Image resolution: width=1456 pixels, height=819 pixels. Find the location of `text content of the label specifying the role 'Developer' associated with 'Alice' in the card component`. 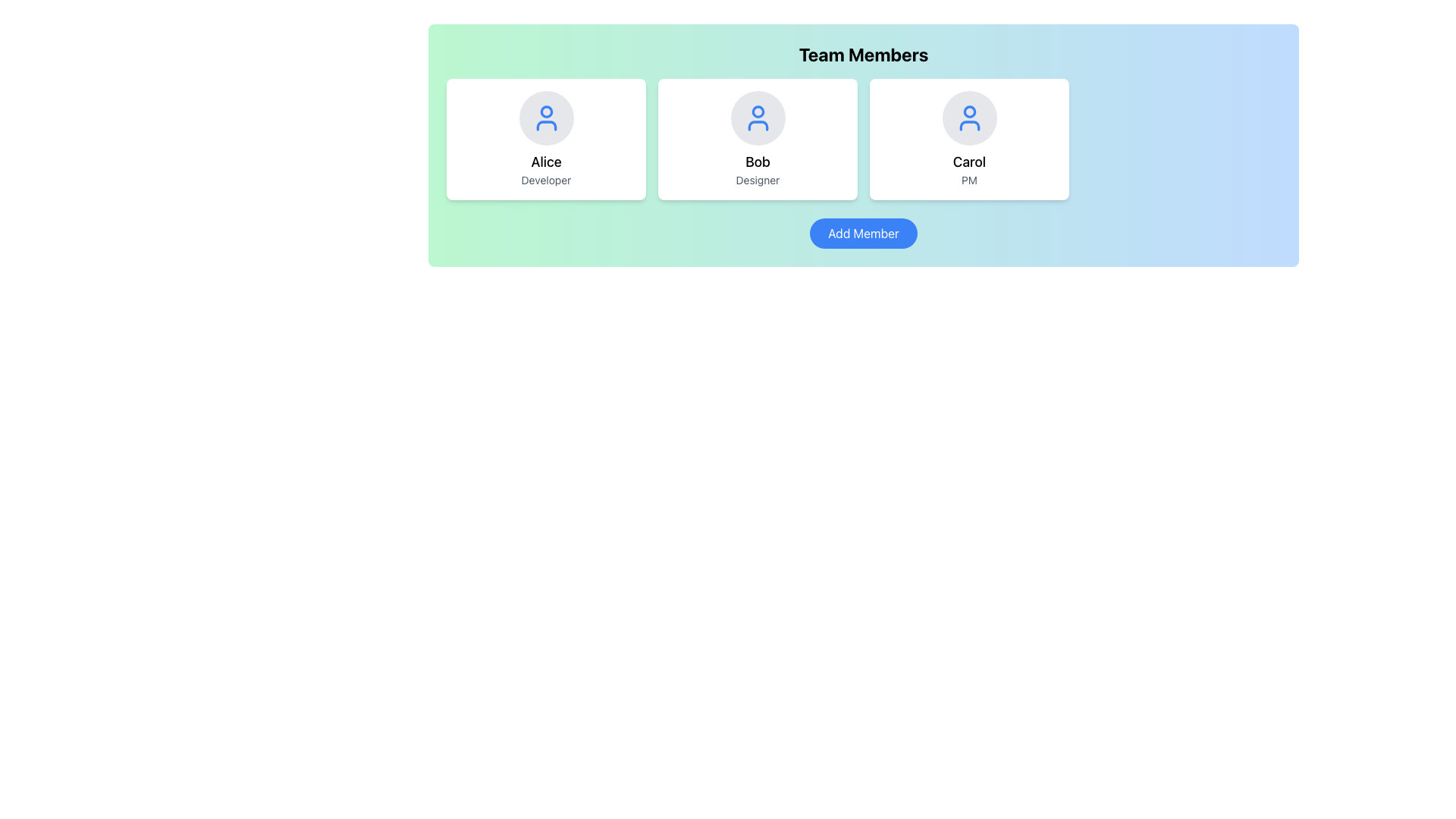

text content of the label specifying the role 'Developer' associated with 'Alice' in the card component is located at coordinates (546, 180).